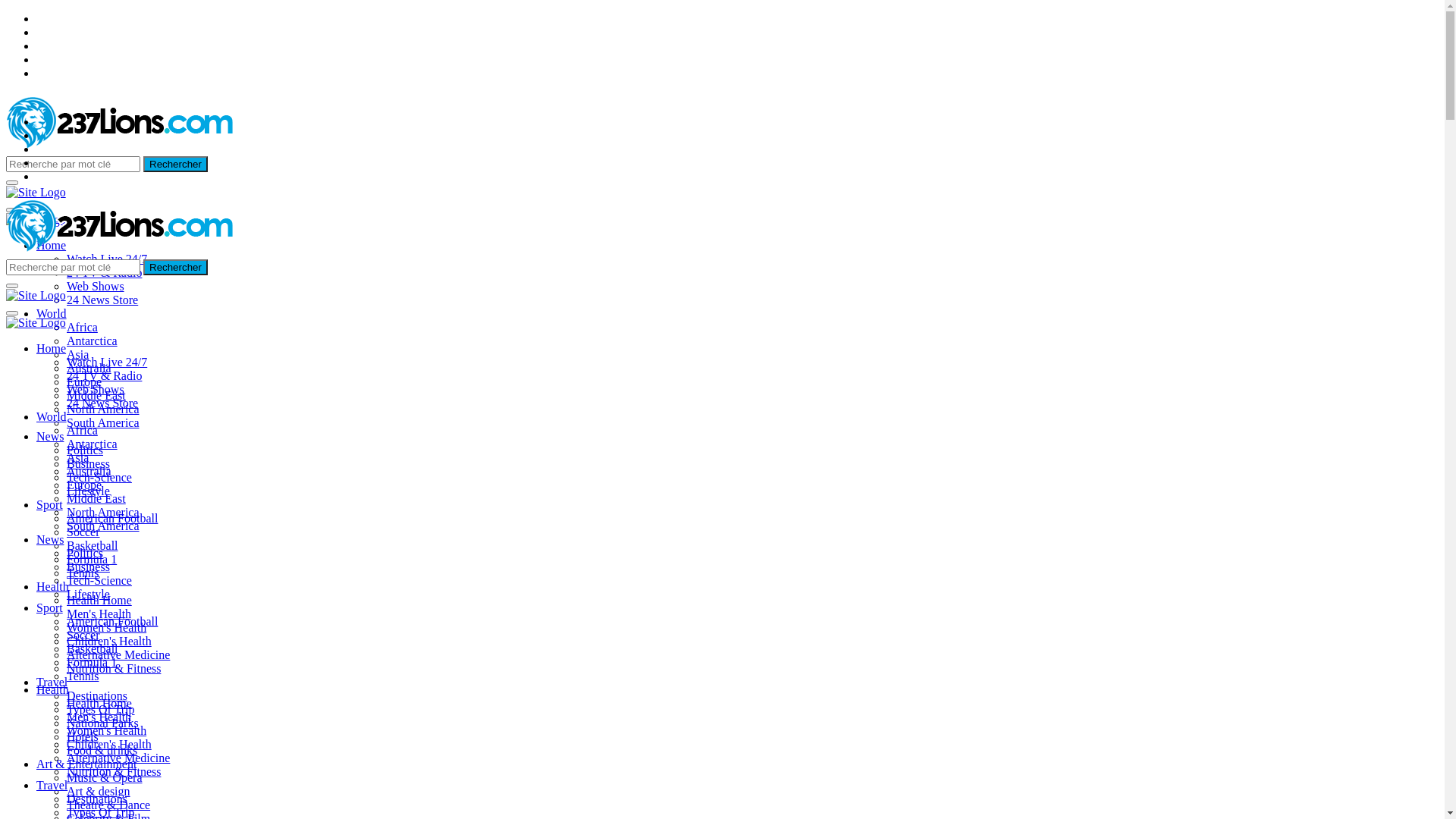 This screenshot has height=819, width=1456. Describe the element at coordinates (91, 340) in the screenshot. I see `'Antarctica'` at that location.